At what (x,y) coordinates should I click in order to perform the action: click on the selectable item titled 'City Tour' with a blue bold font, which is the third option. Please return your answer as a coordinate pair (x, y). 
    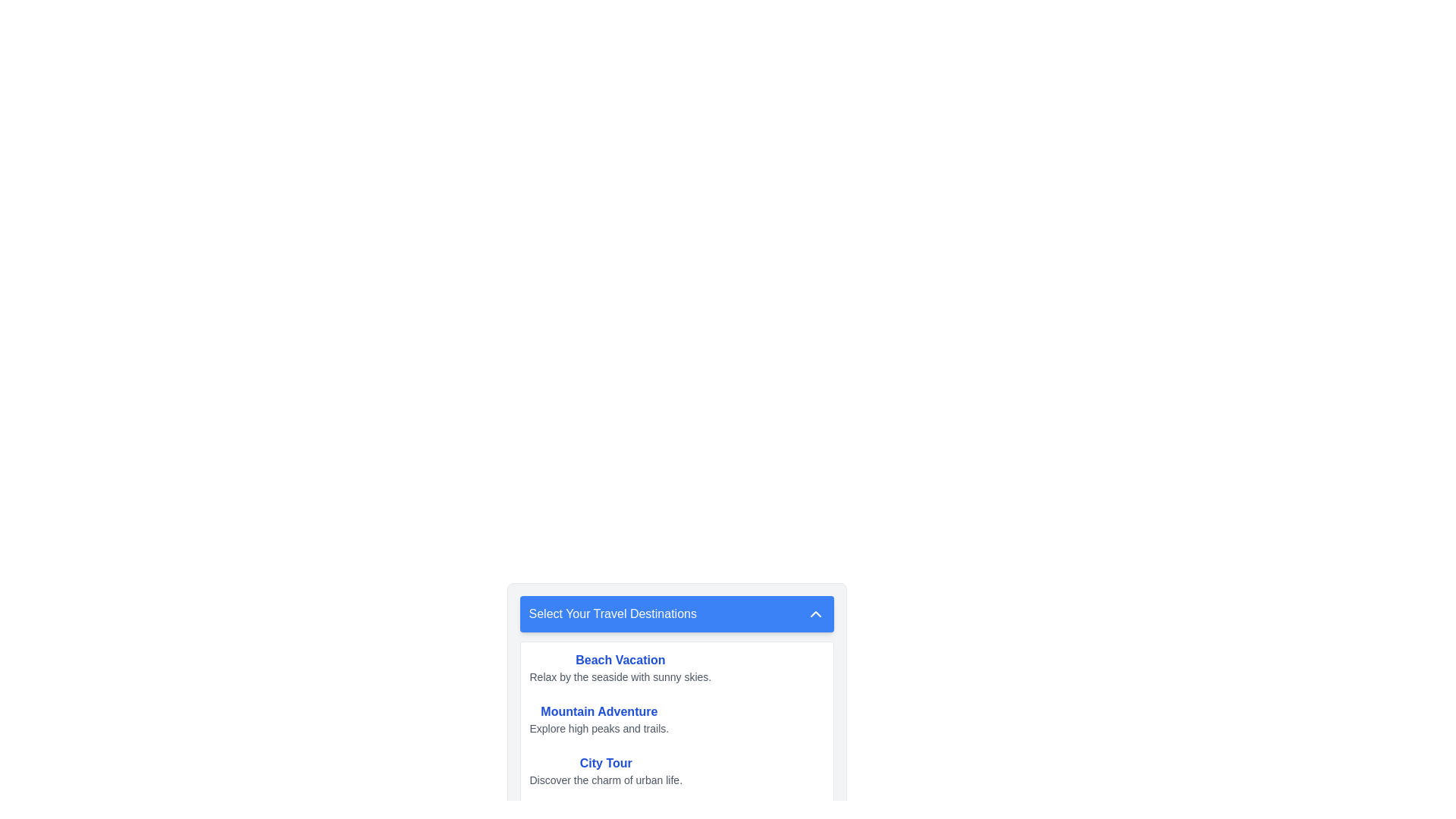
    Looking at the image, I should click on (676, 771).